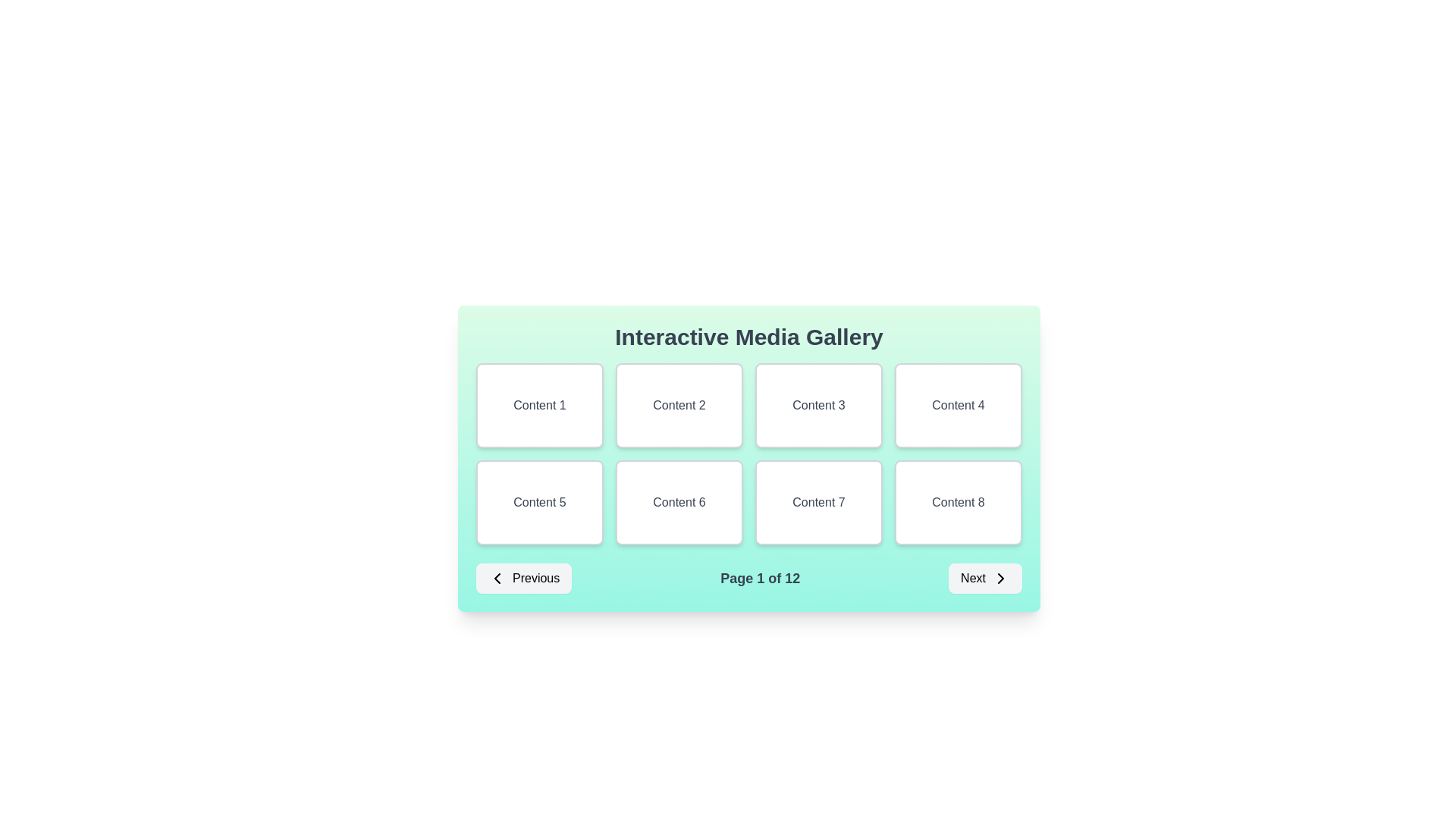 The image size is (1456, 819). What do you see at coordinates (679, 503) in the screenshot?
I see `the button located in the second row and second column of a 4x2 grid layout, which serves as a selectable item for navigation or content selection` at bounding box center [679, 503].